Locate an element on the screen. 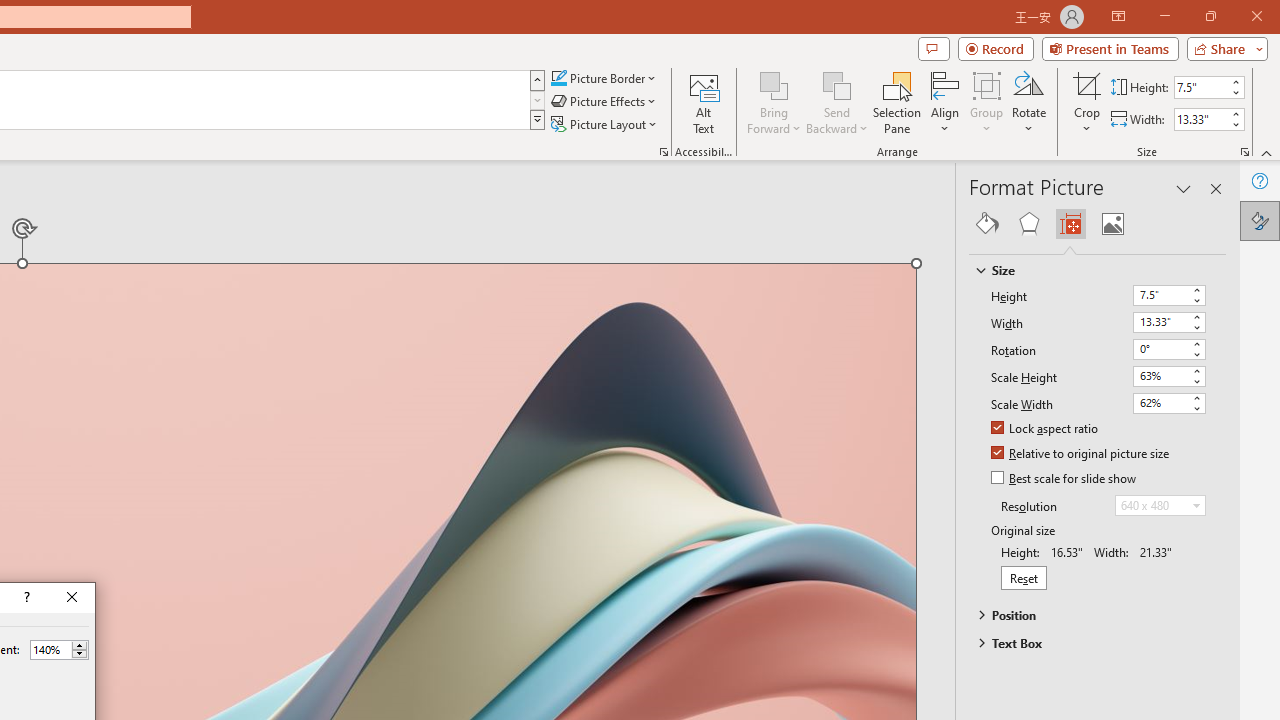  'Selection Pane...' is located at coordinates (896, 103).